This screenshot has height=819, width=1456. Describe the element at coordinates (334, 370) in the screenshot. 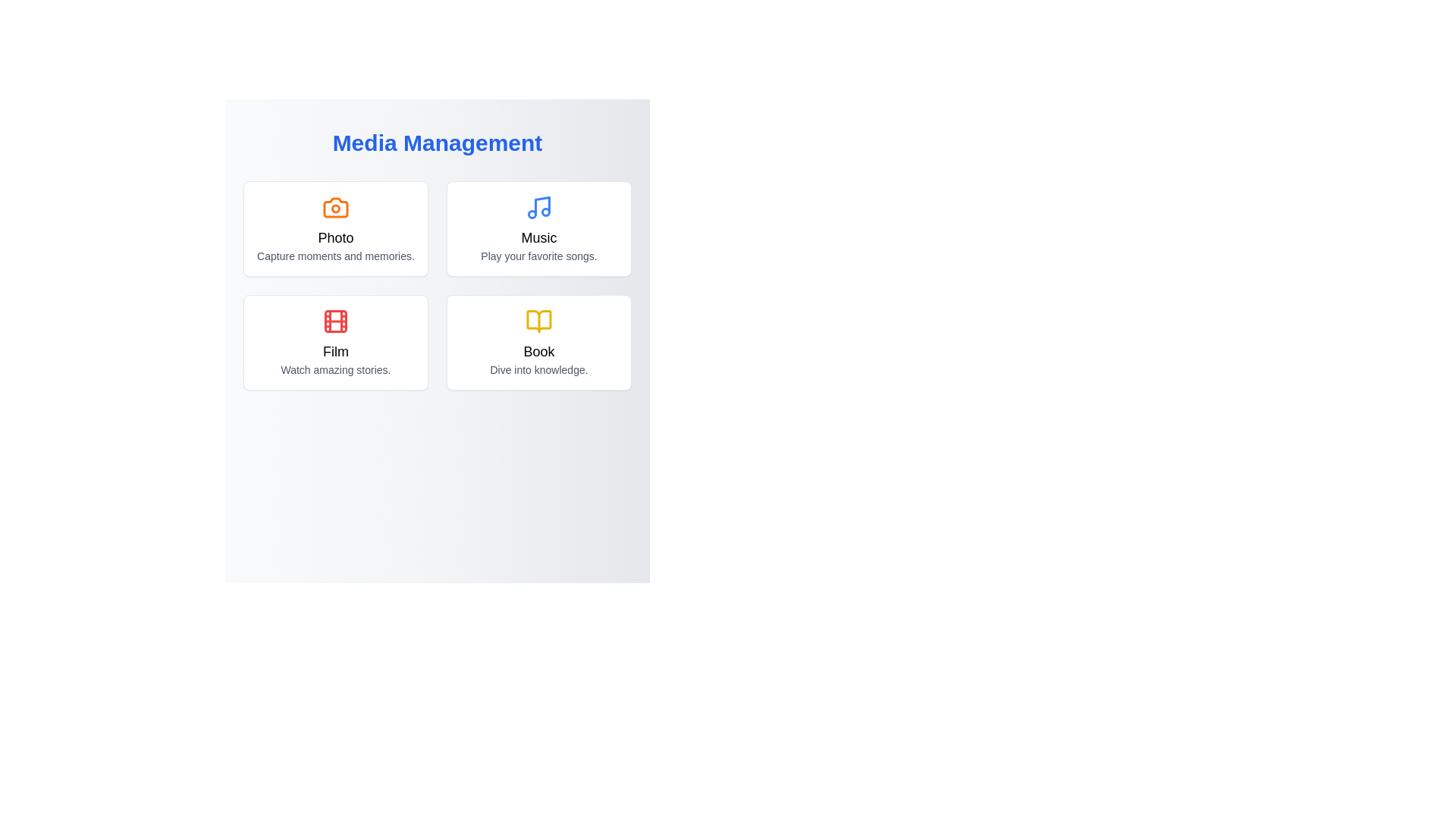

I see `the descriptive text label for the 'Film' section, which is positioned directly below the title 'Film' and centrally aligned with the film icon above` at that location.